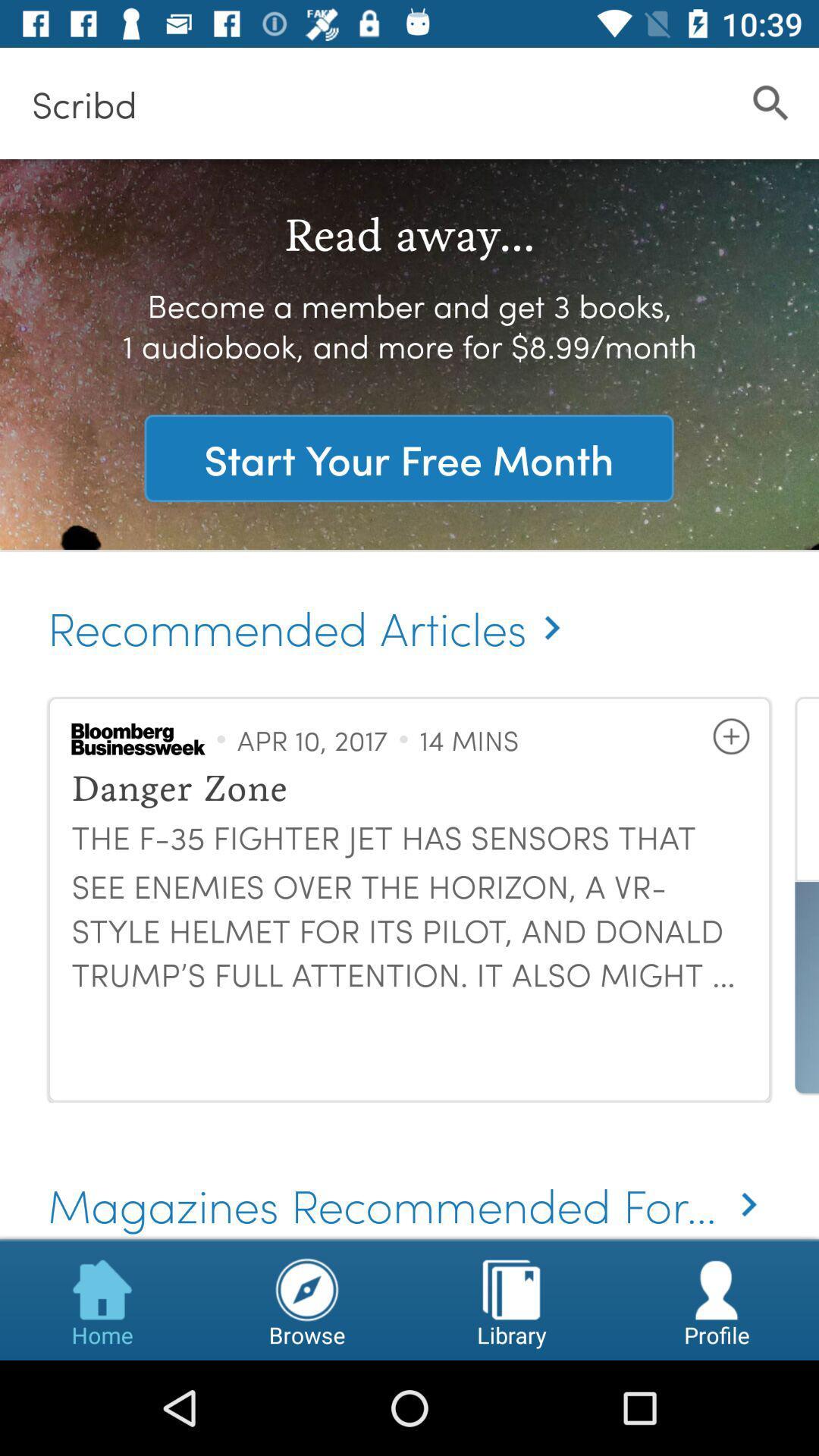  I want to click on icon below become a member, so click(408, 457).